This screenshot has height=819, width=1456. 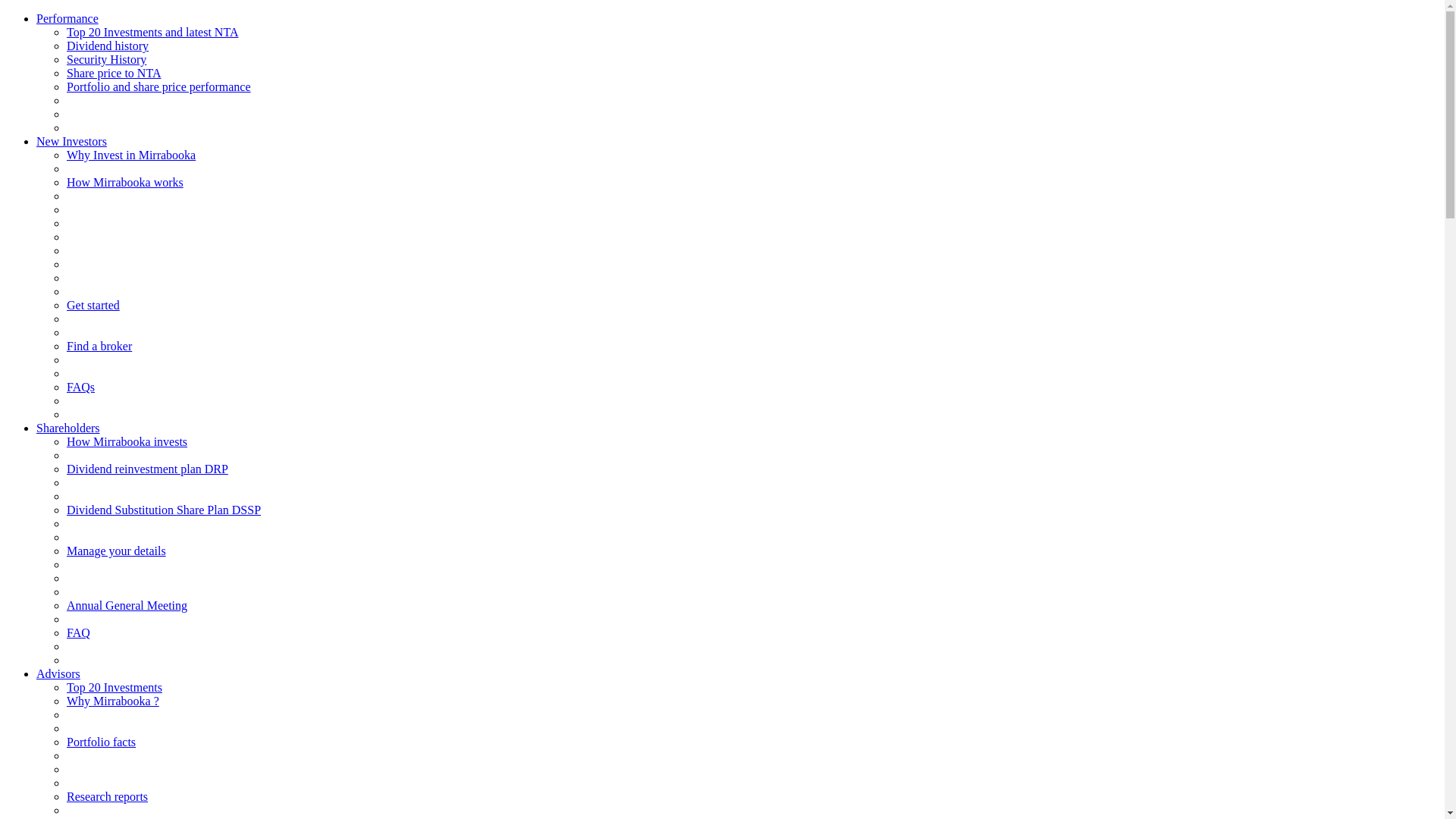 I want to click on 'Annual General Meeting', so click(x=127, y=604).